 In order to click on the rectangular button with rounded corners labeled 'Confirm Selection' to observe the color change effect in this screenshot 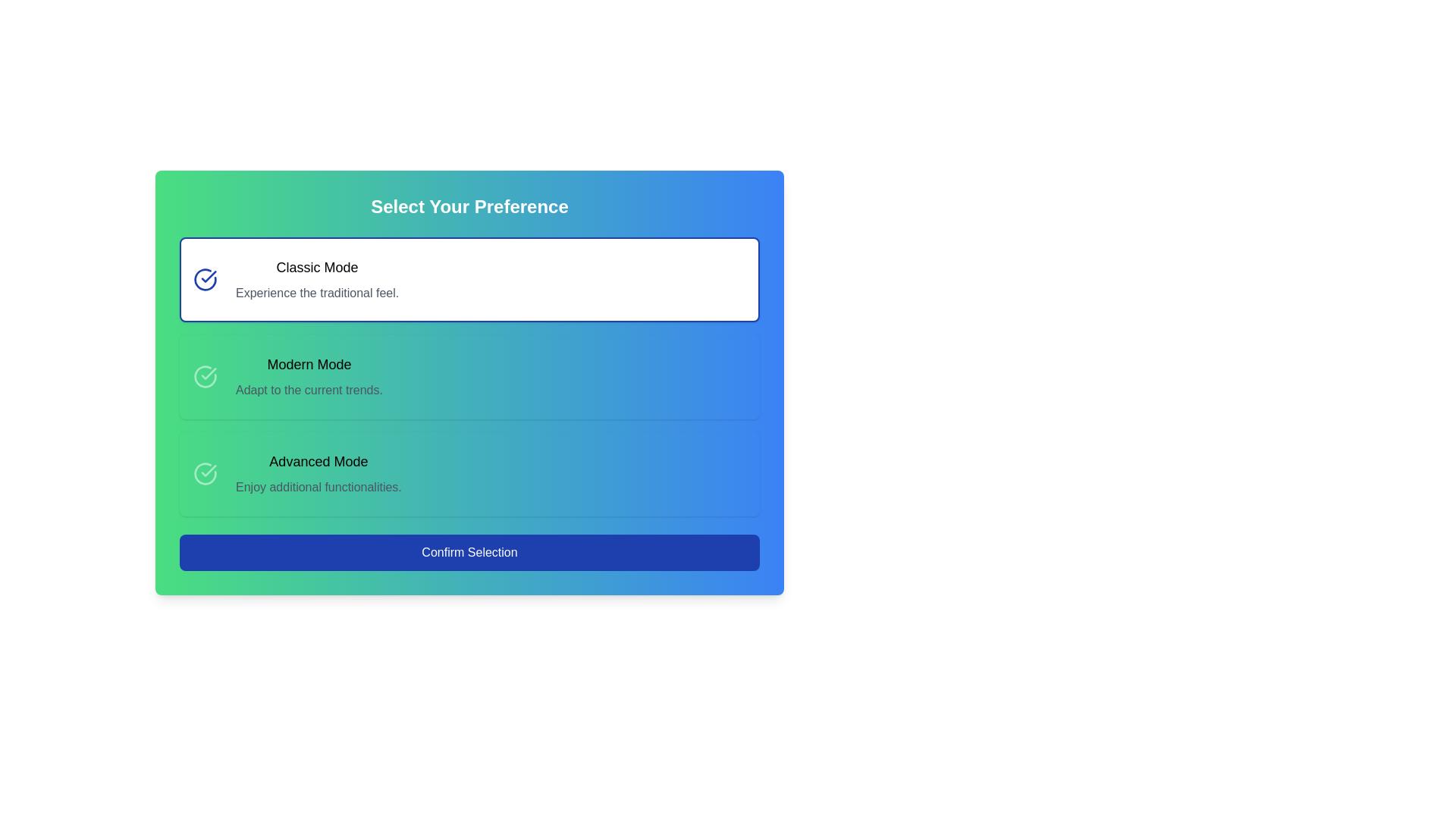, I will do `click(469, 553)`.